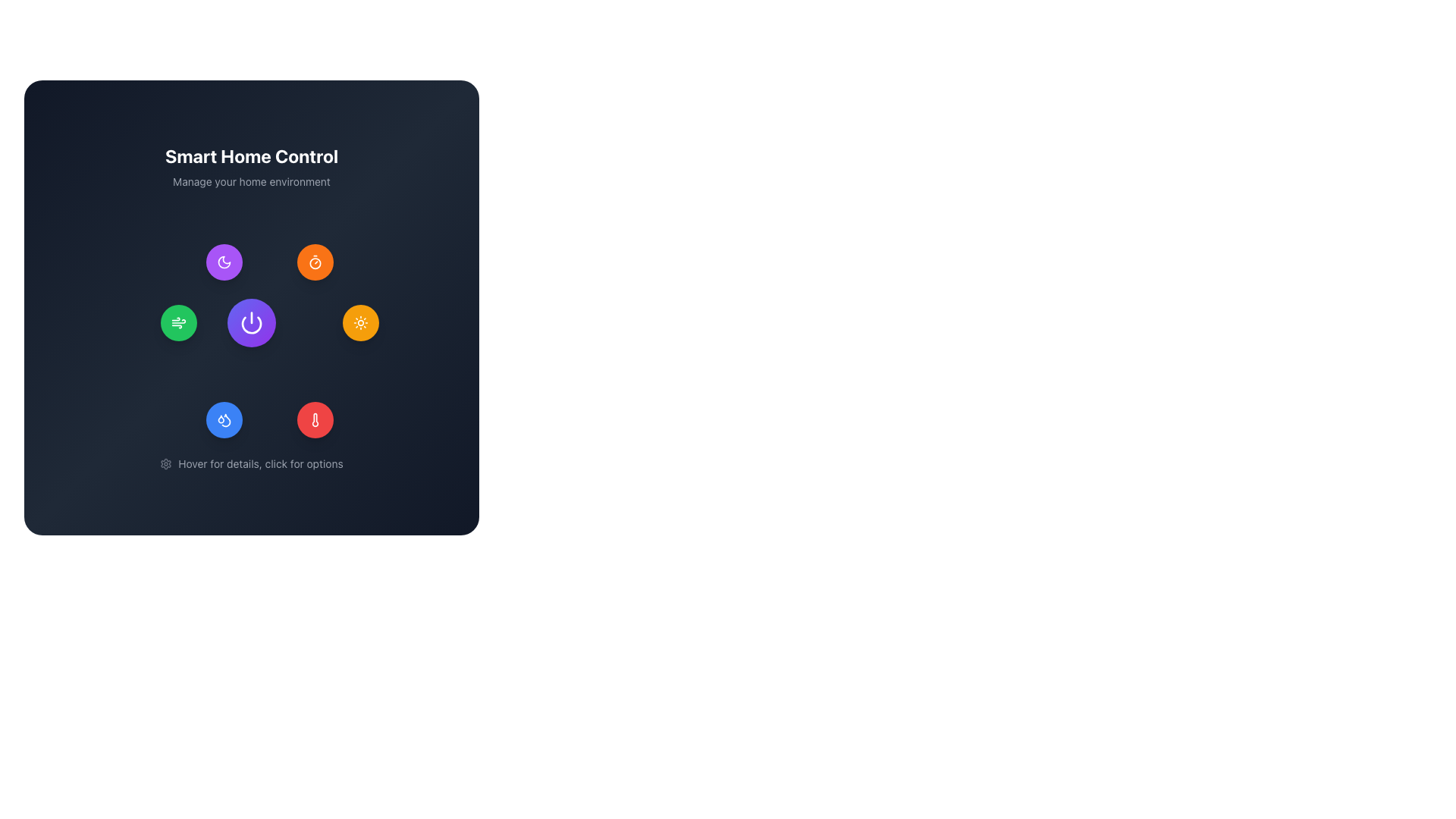 The height and width of the screenshot is (819, 1456). Describe the element at coordinates (315, 420) in the screenshot. I see `the red circular button located at the bottom-right corner of the hexagonal cluster of buttons` at that location.